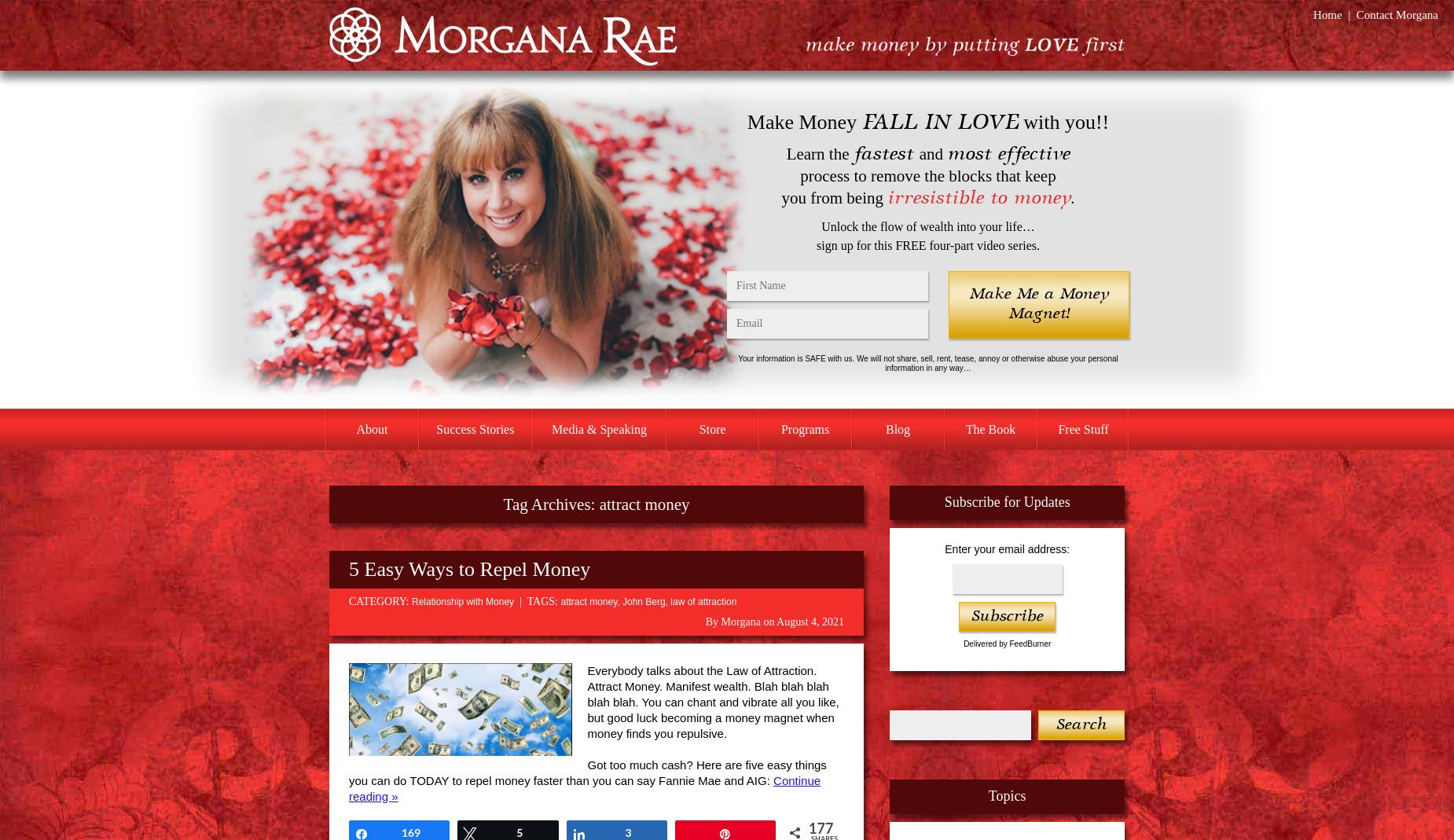 The width and height of the screenshot is (1454, 840). Describe the element at coordinates (927, 361) in the screenshot. I see `'Your information is SAFE with us. We will not share, sell, rent, tease, annoy or otherwise abuse your personal information in any way…'` at that location.